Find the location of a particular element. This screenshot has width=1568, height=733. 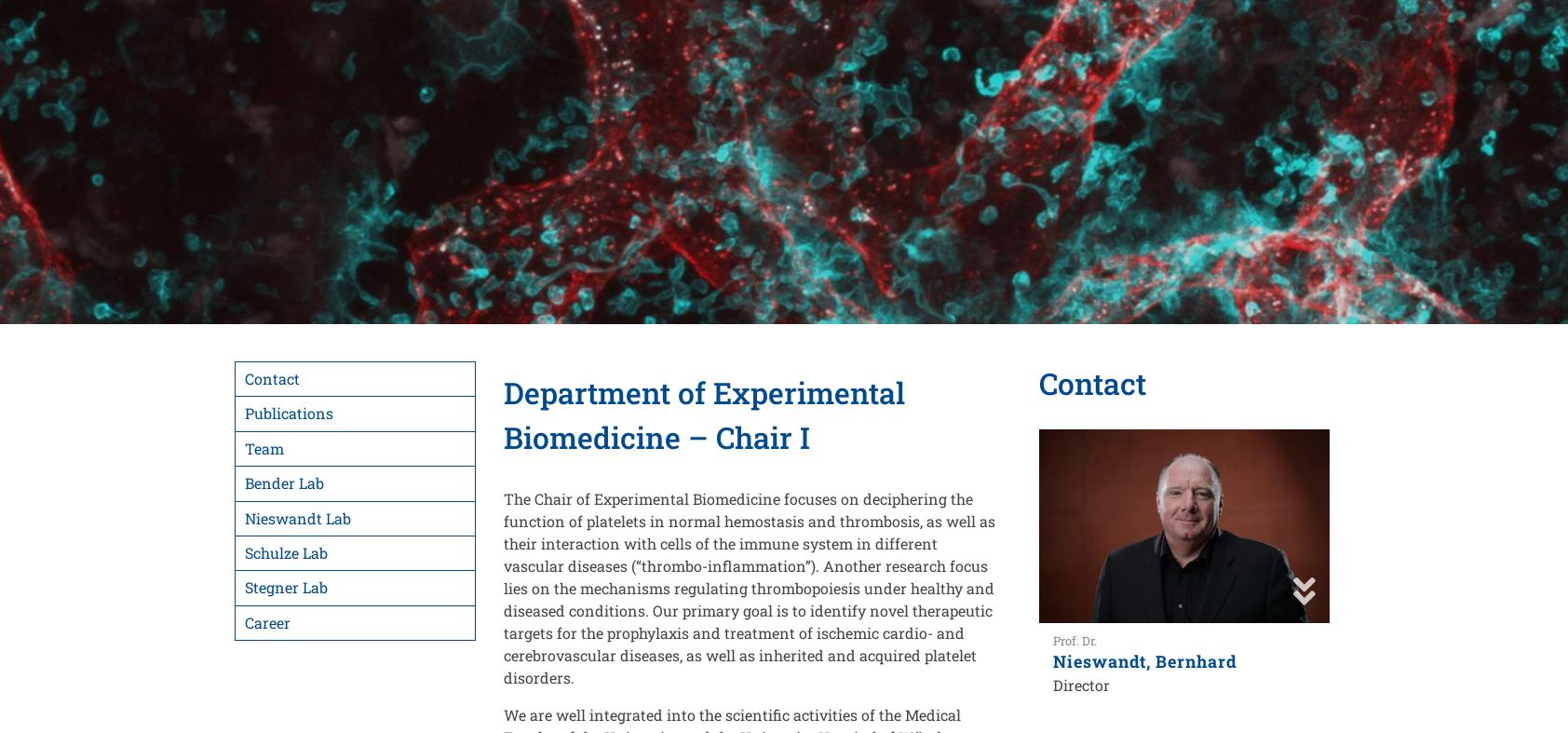

'Director' is located at coordinates (1080, 684).